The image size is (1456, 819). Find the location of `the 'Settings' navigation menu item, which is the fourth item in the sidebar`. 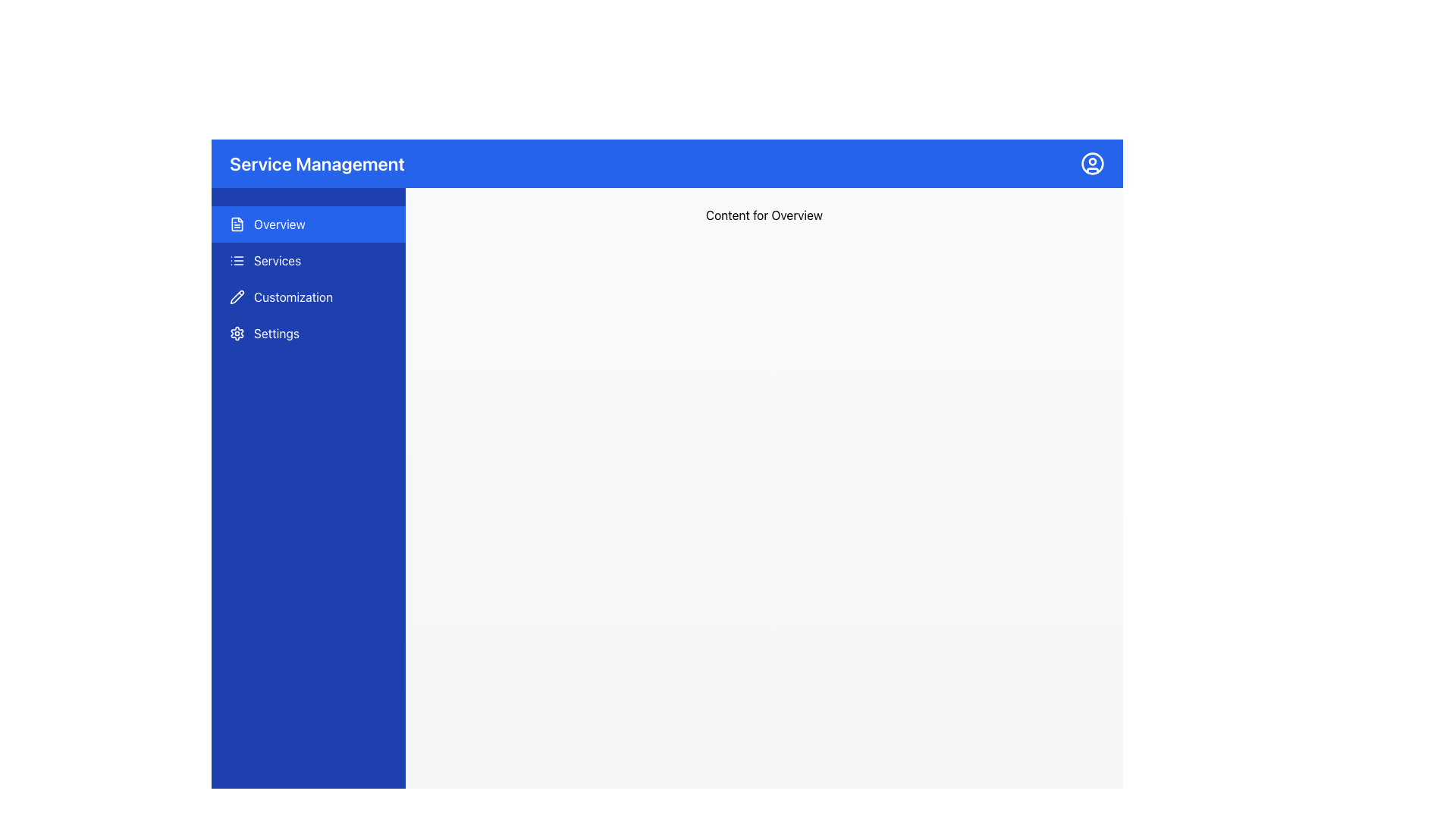

the 'Settings' navigation menu item, which is the fourth item in the sidebar is located at coordinates (308, 332).